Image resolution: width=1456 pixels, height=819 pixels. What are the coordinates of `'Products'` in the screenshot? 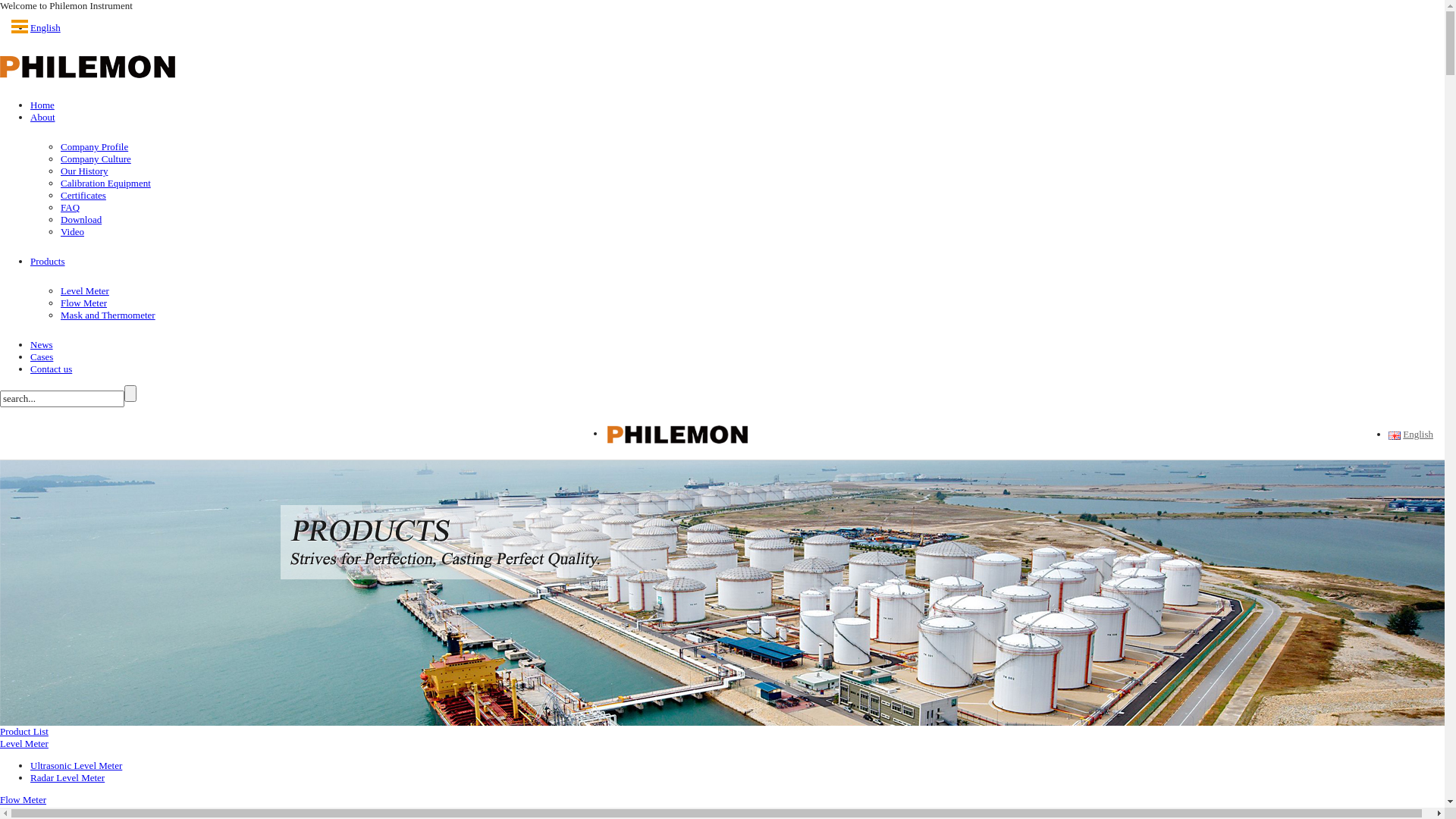 It's located at (47, 260).